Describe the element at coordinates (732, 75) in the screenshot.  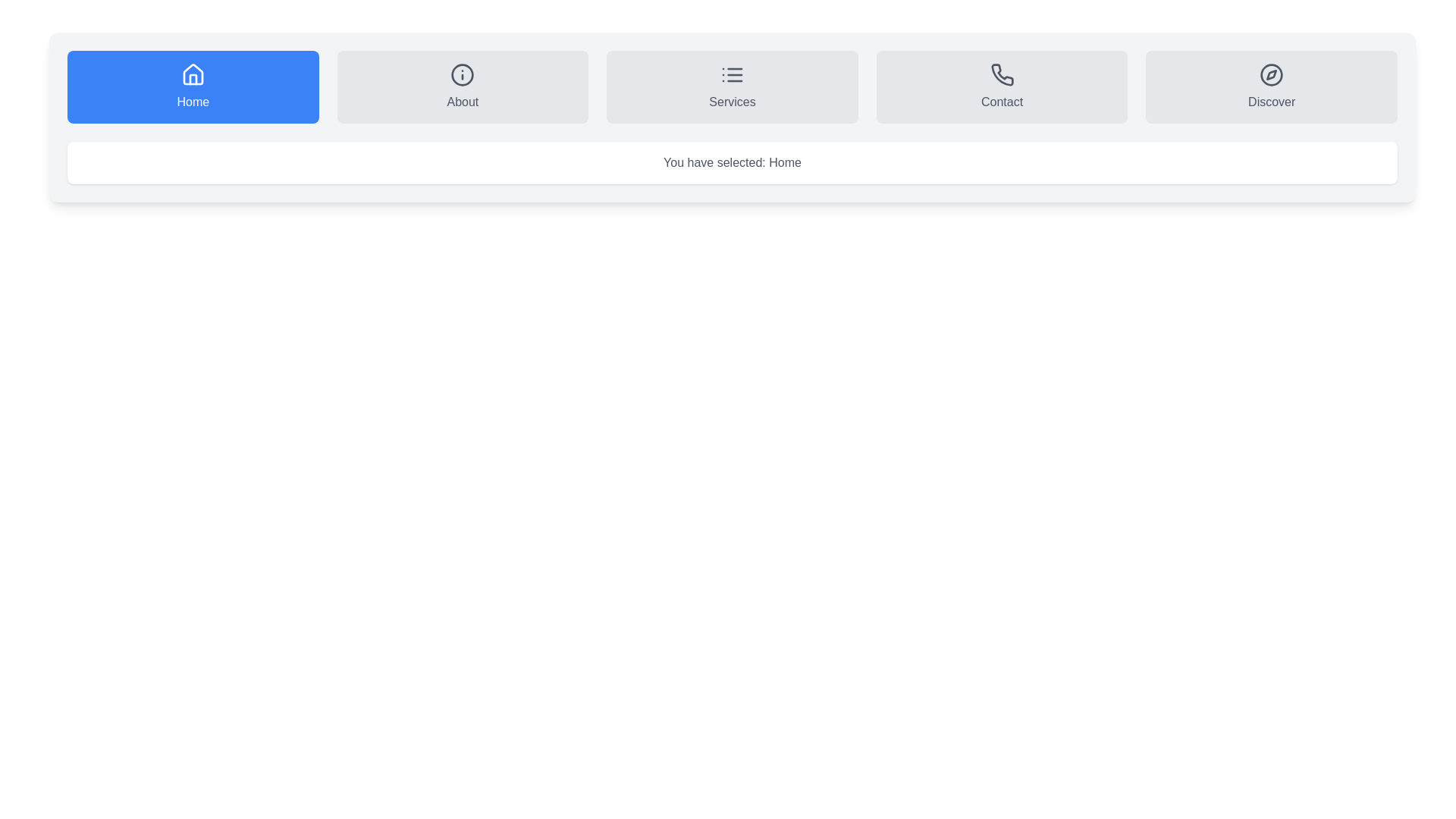
I see `the 'Services' button in the navigation menu, which contains the icon representing the 'Services' category` at that location.